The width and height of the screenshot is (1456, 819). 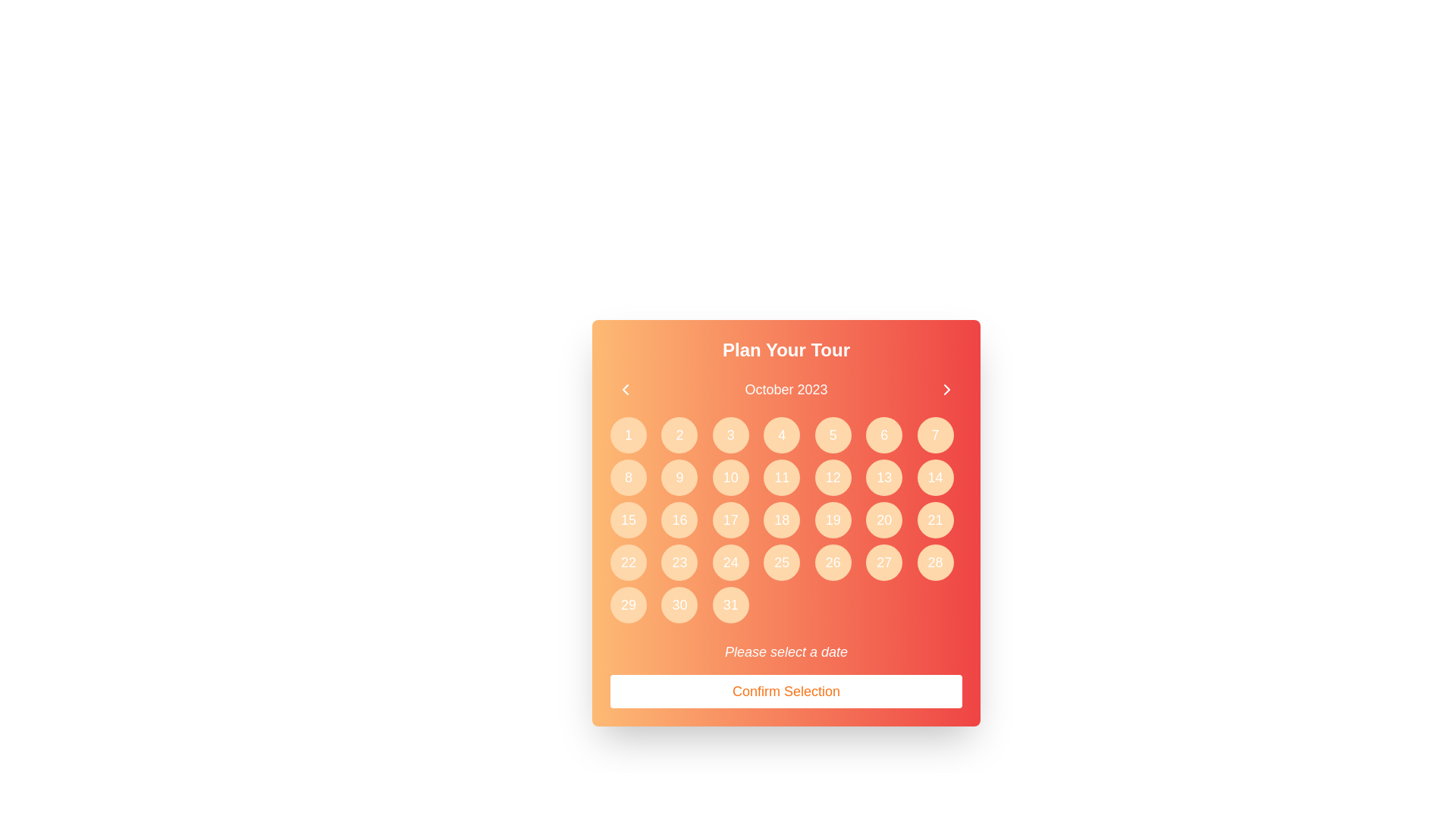 What do you see at coordinates (679, 562) in the screenshot?
I see `the date selection button located in the fourth row and second column of the calendar view` at bounding box center [679, 562].